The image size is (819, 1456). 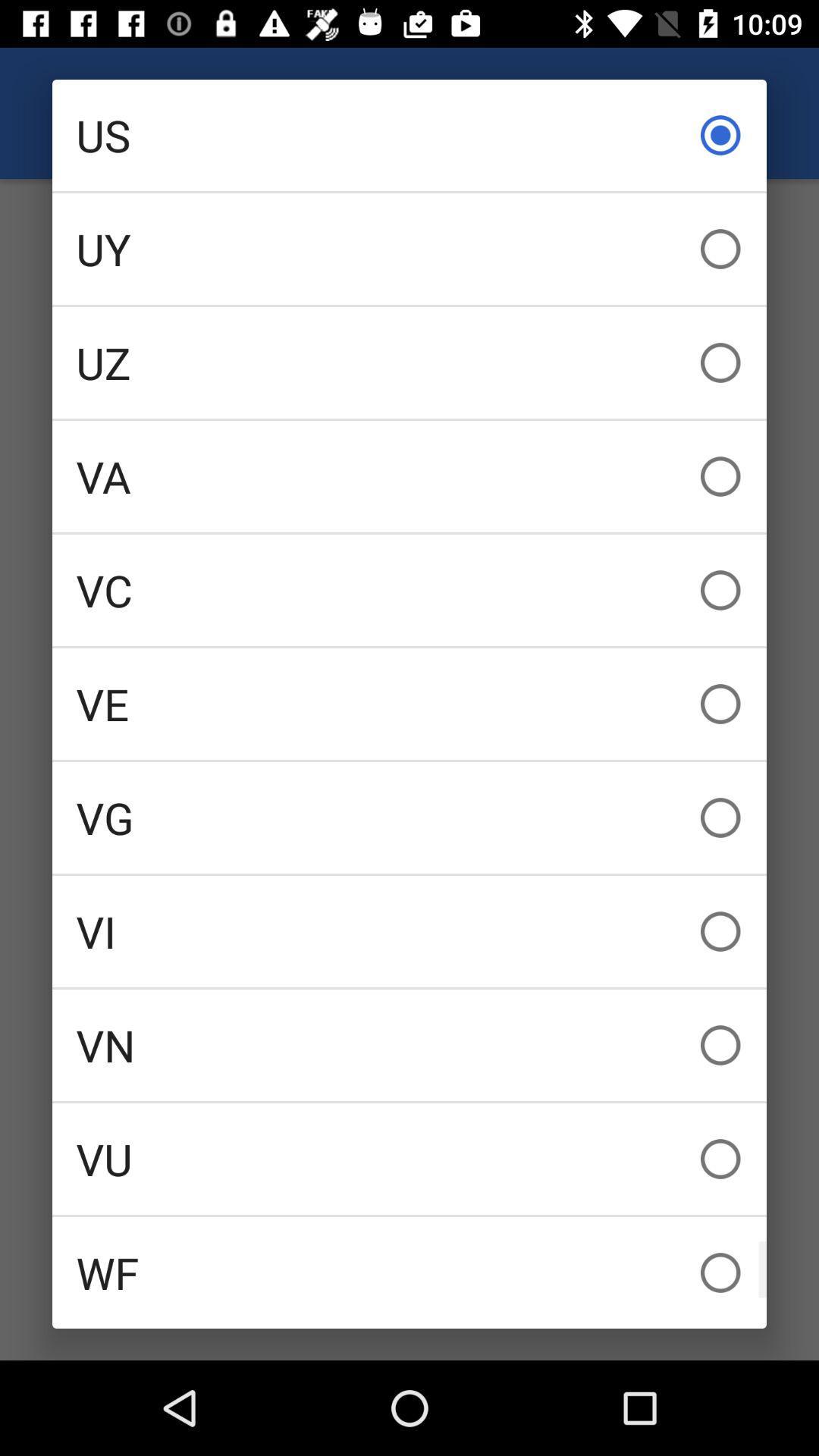 I want to click on the item below va, so click(x=409, y=589).